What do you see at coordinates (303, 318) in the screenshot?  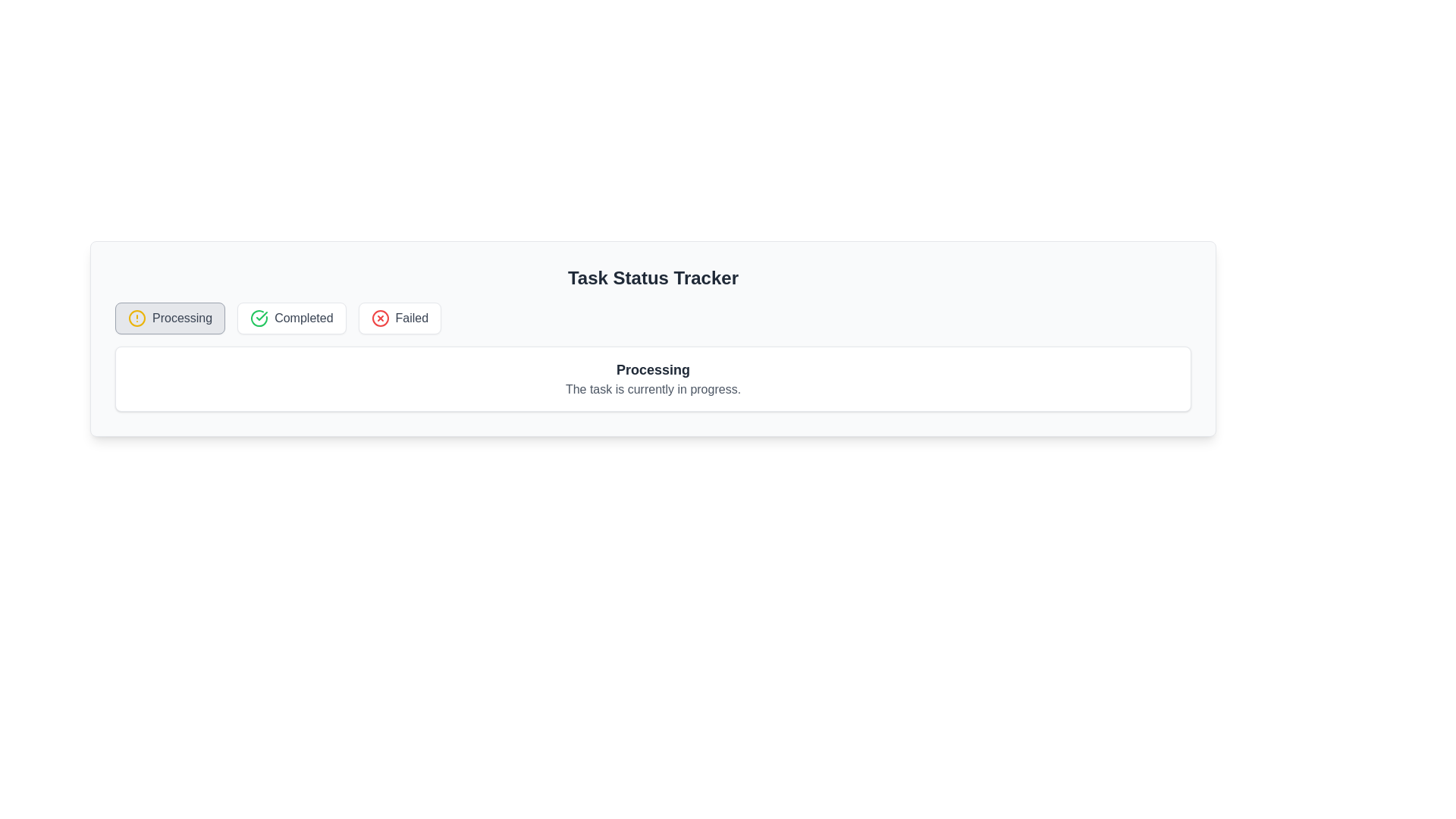 I see `the 'Completed' text label, which indicates task completion status and is centrally located within its button-like region` at bounding box center [303, 318].